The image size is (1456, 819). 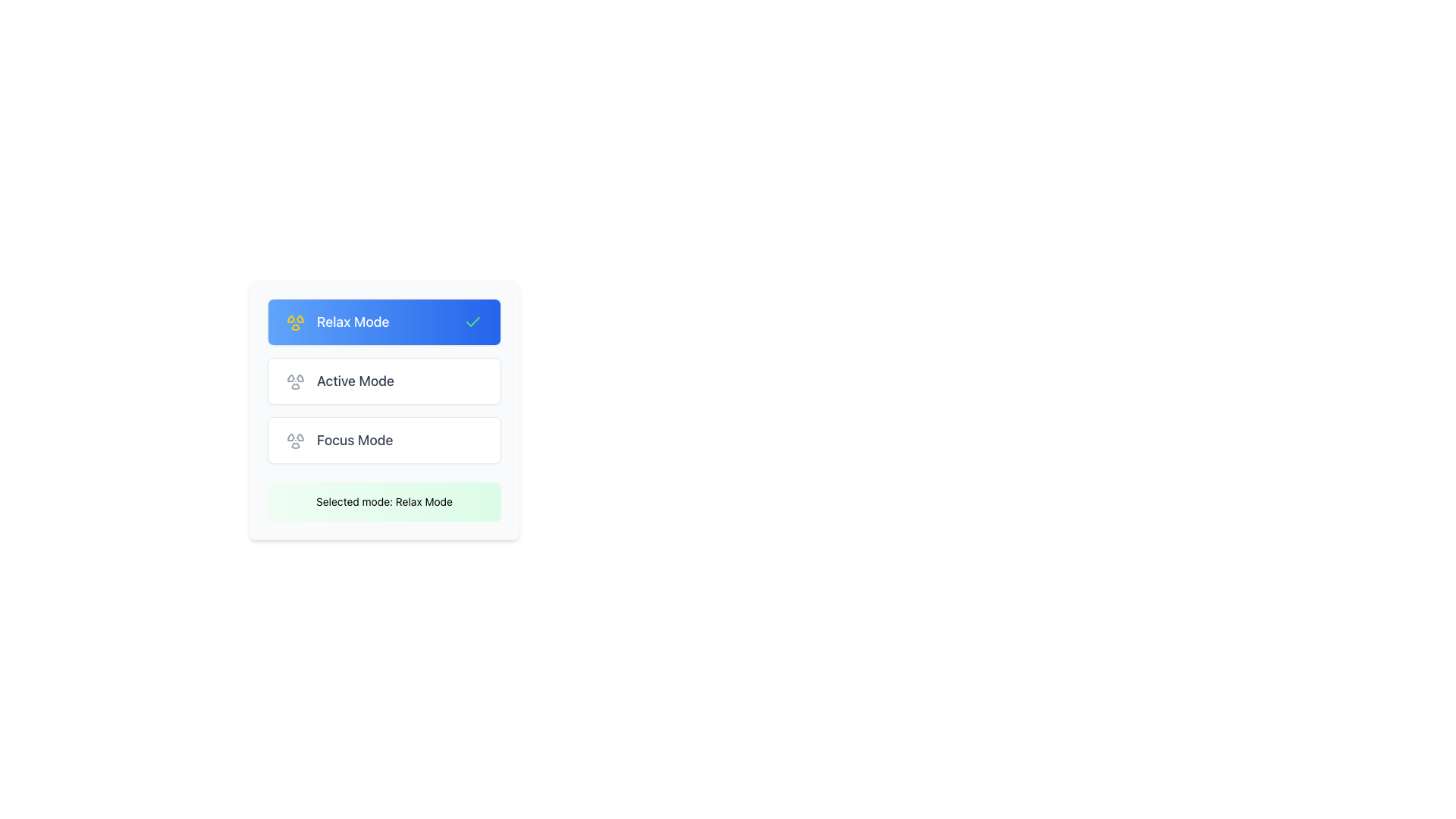 I want to click on the 'Focus Mode' option element which has a gray radiation icon on the left and a text label on the right, located in the middle-bottom part of the interface, so click(x=339, y=441).